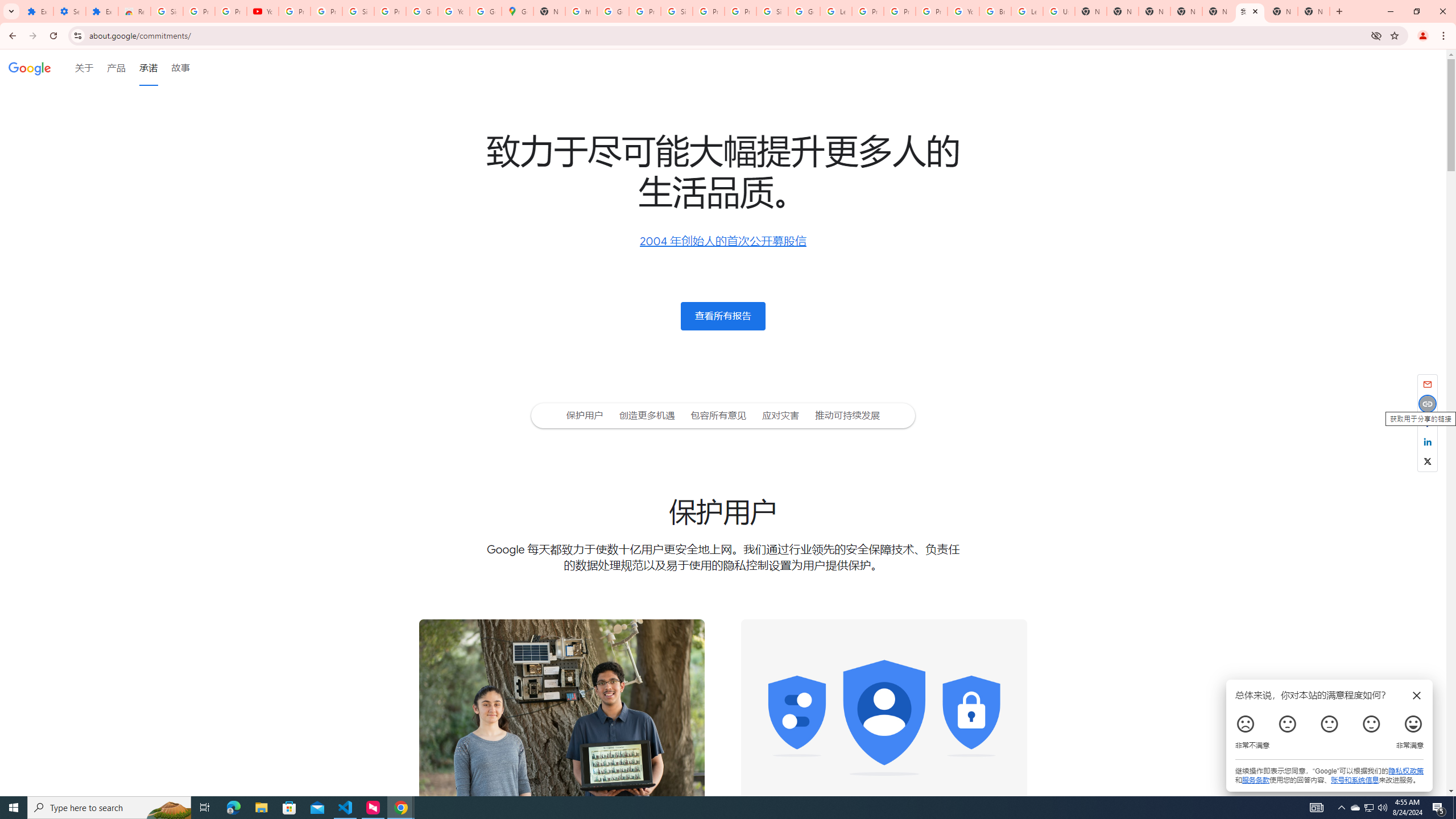 Image resolution: width=1456 pixels, height=819 pixels. What do you see at coordinates (581, 11) in the screenshot?
I see `'https://scholar.google.com/'` at bounding box center [581, 11].